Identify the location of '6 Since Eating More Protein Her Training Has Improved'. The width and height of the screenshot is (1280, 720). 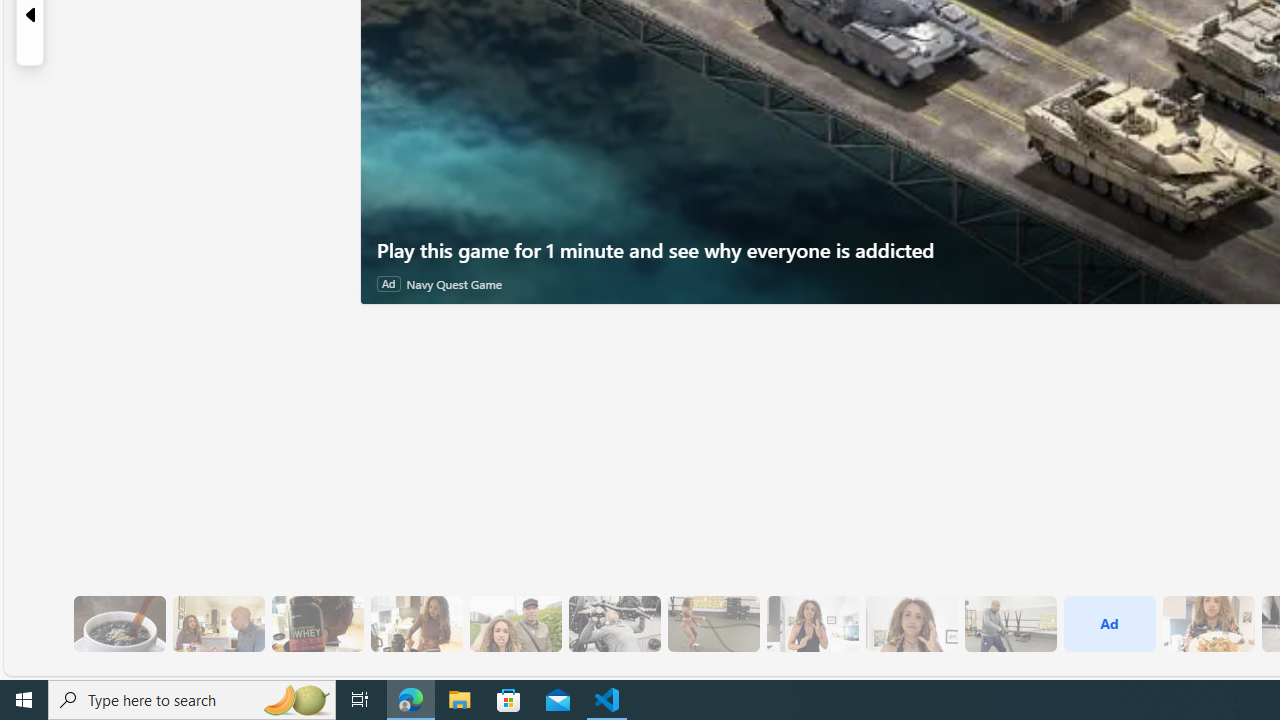
(316, 623).